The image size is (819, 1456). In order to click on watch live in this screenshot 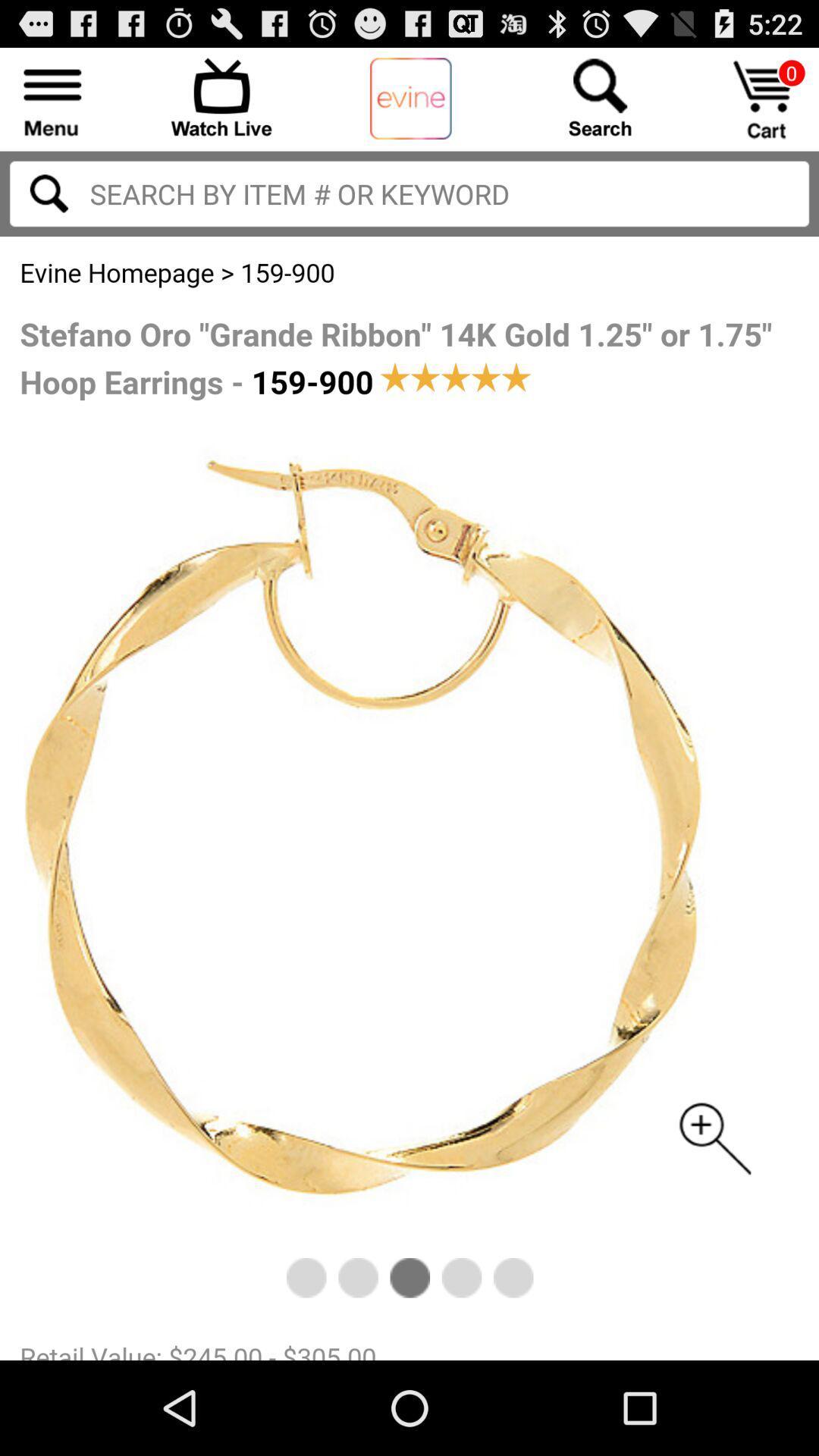, I will do `click(221, 96)`.